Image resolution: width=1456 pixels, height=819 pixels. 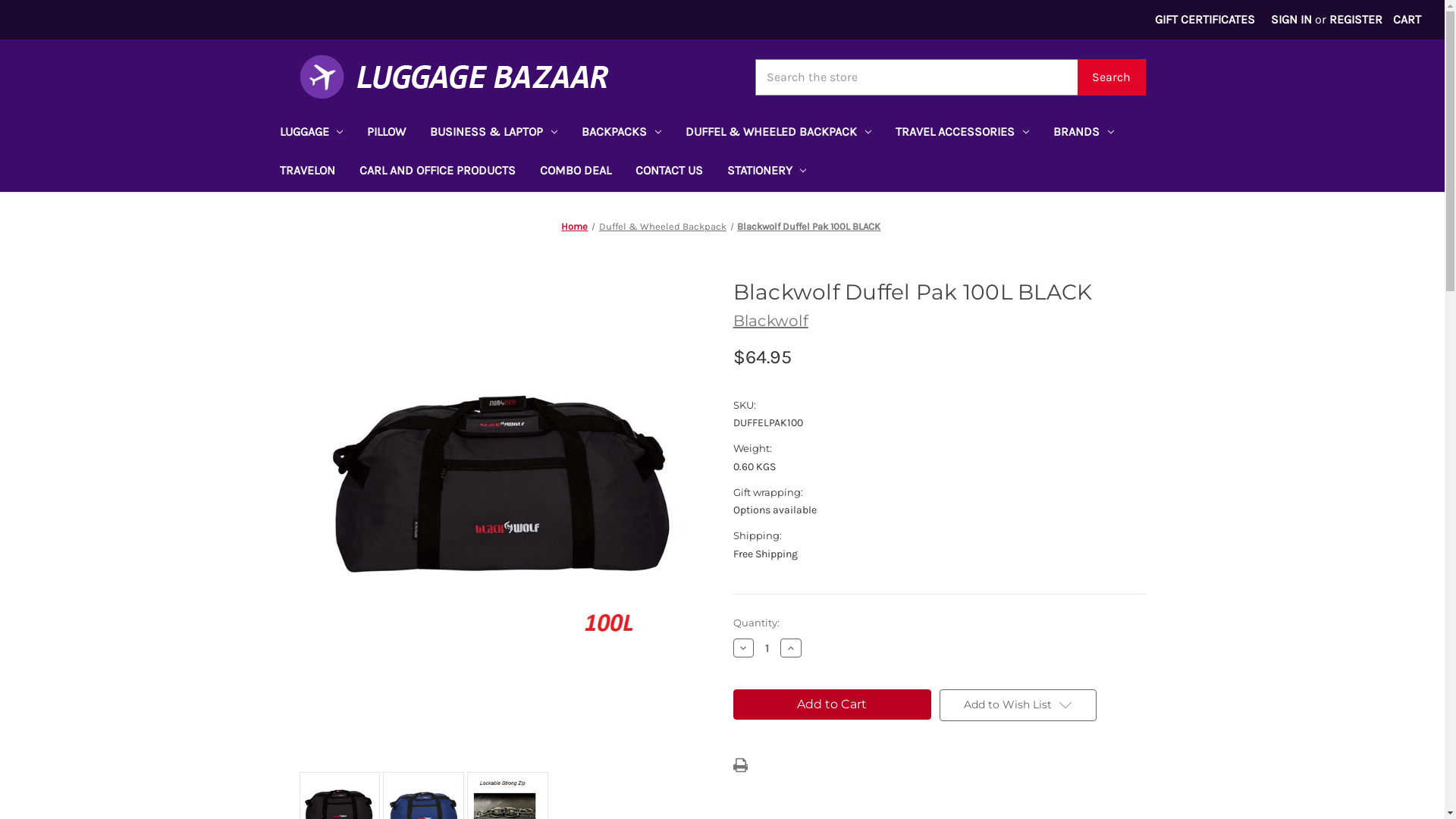 I want to click on 'REGISTER', so click(x=1355, y=20).